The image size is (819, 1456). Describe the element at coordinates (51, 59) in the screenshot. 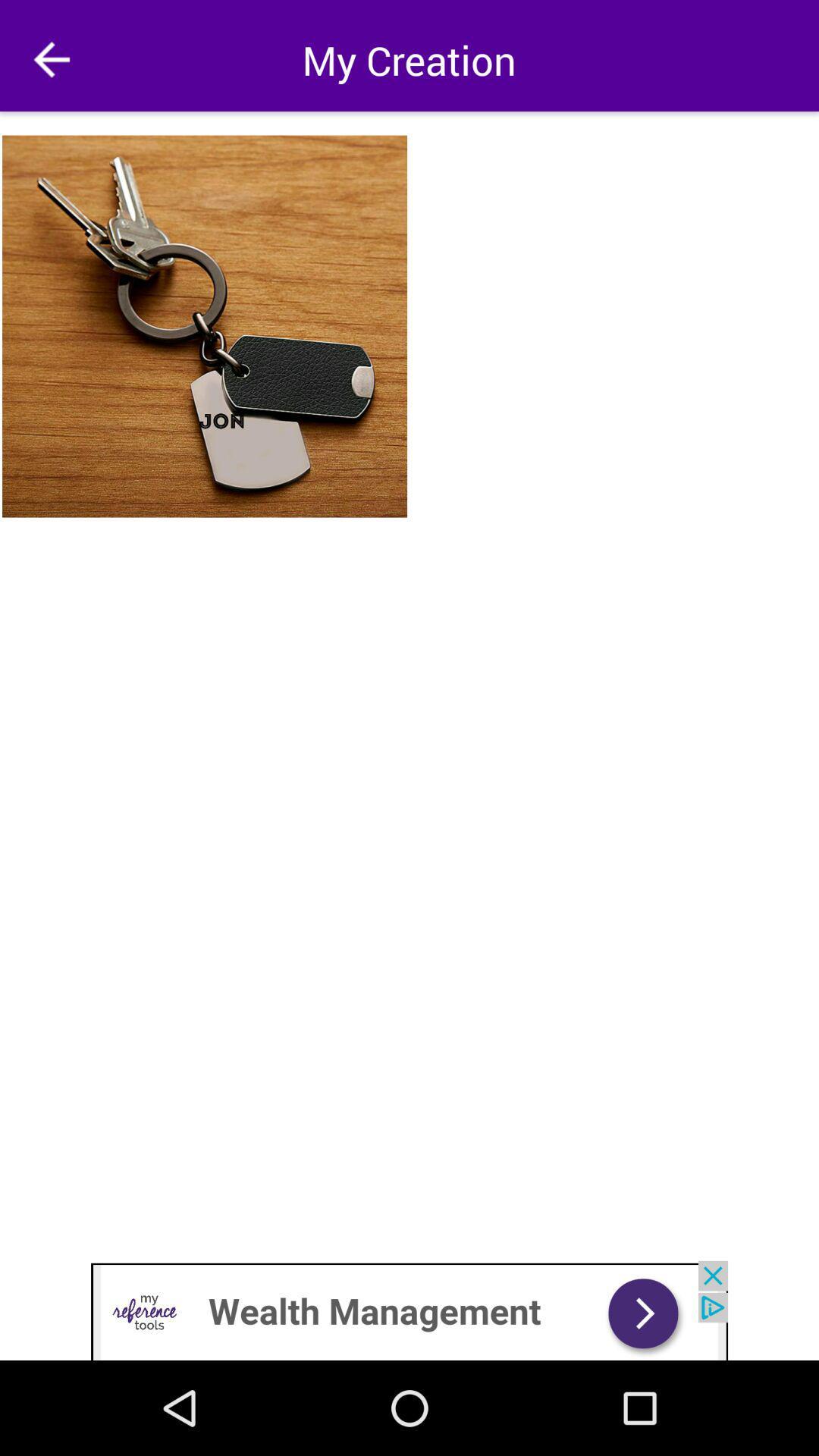

I see `go back` at that location.